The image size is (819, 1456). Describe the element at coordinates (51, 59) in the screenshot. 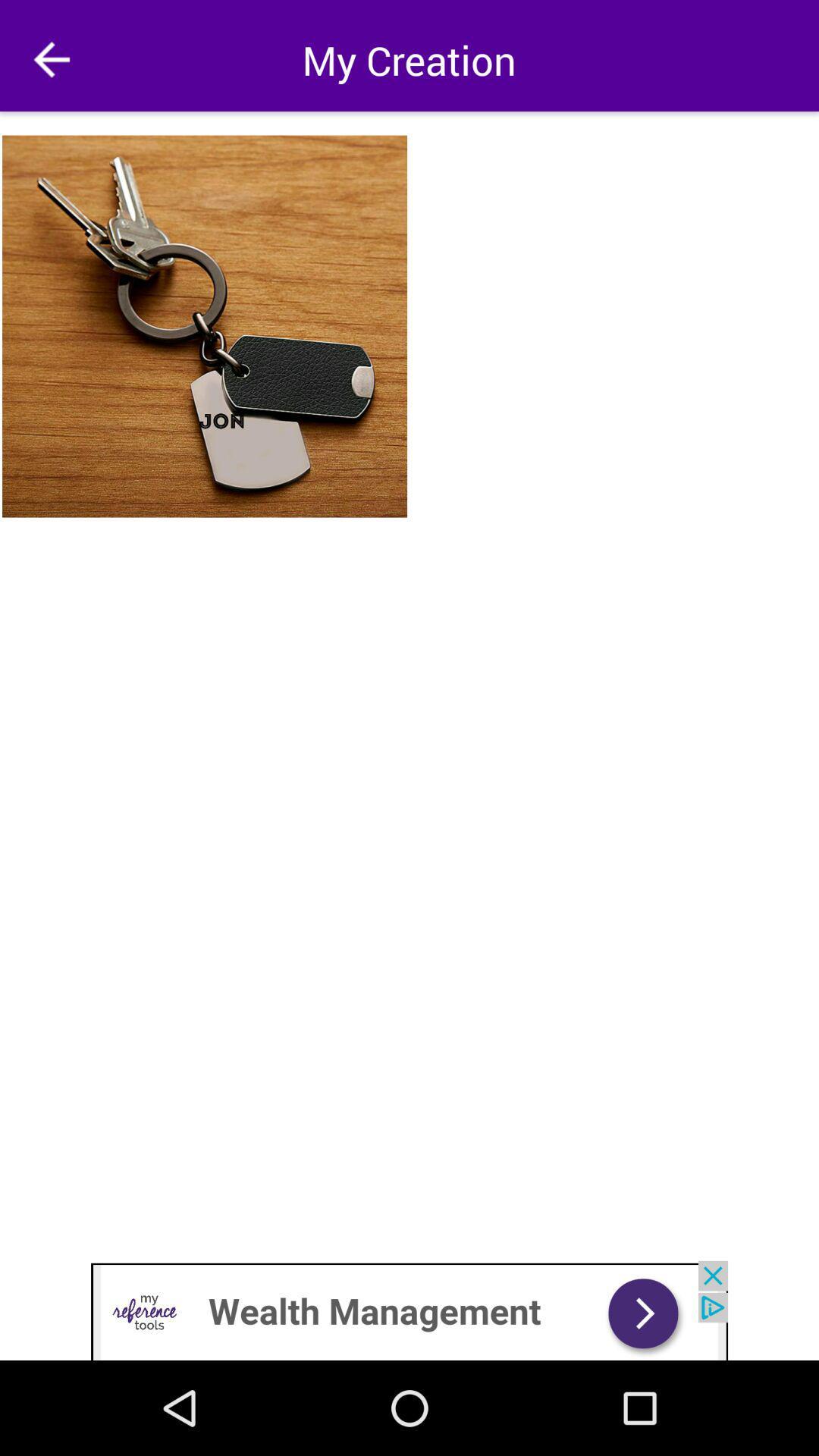

I see `go back` at that location.